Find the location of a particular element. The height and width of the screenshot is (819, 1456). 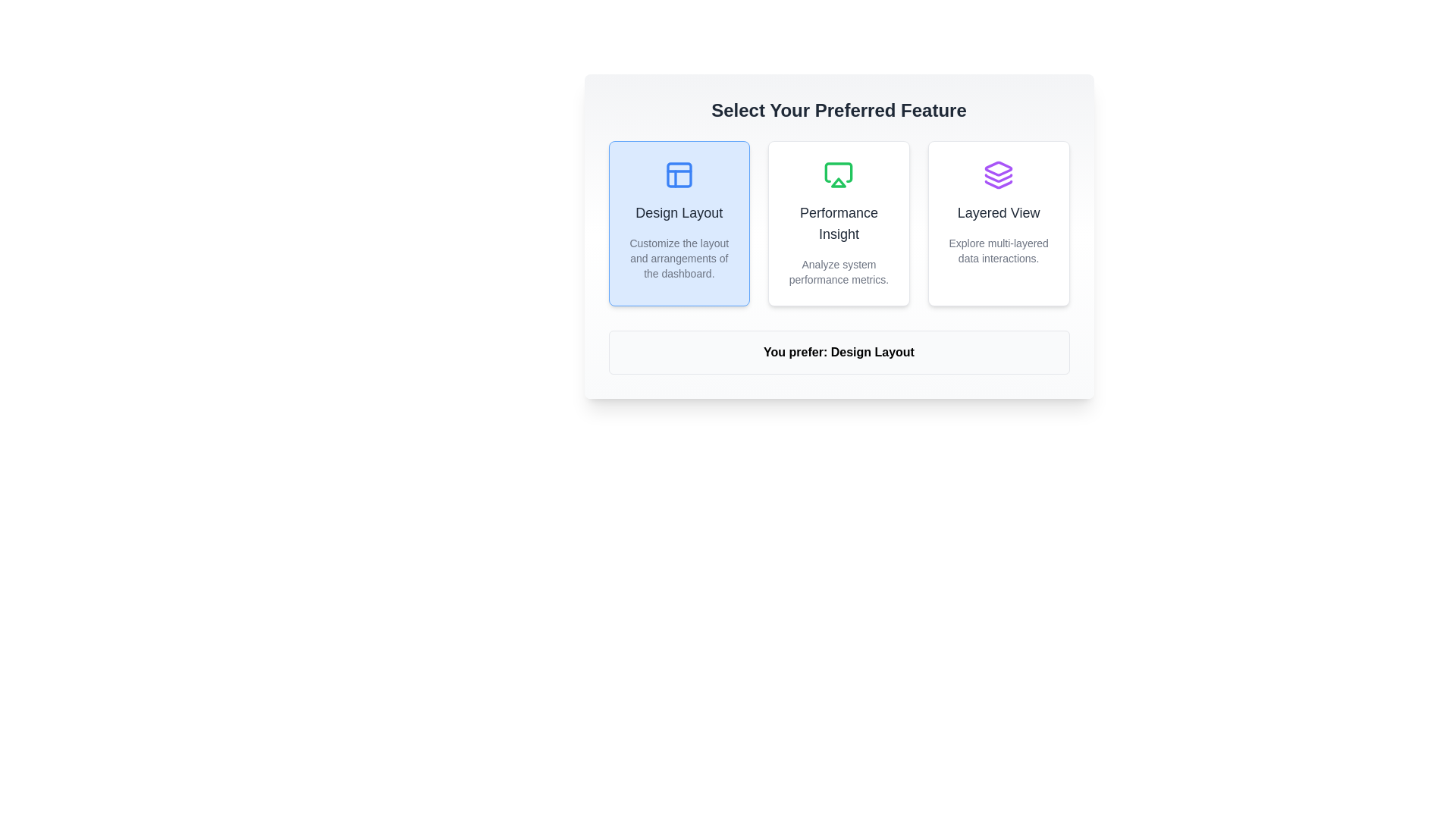

text of the heading element that says 'Select Your Preferred Feature', which is styled in bold medium gray and positioned at the top of the card-style layout is located at coordinates (838, 110).